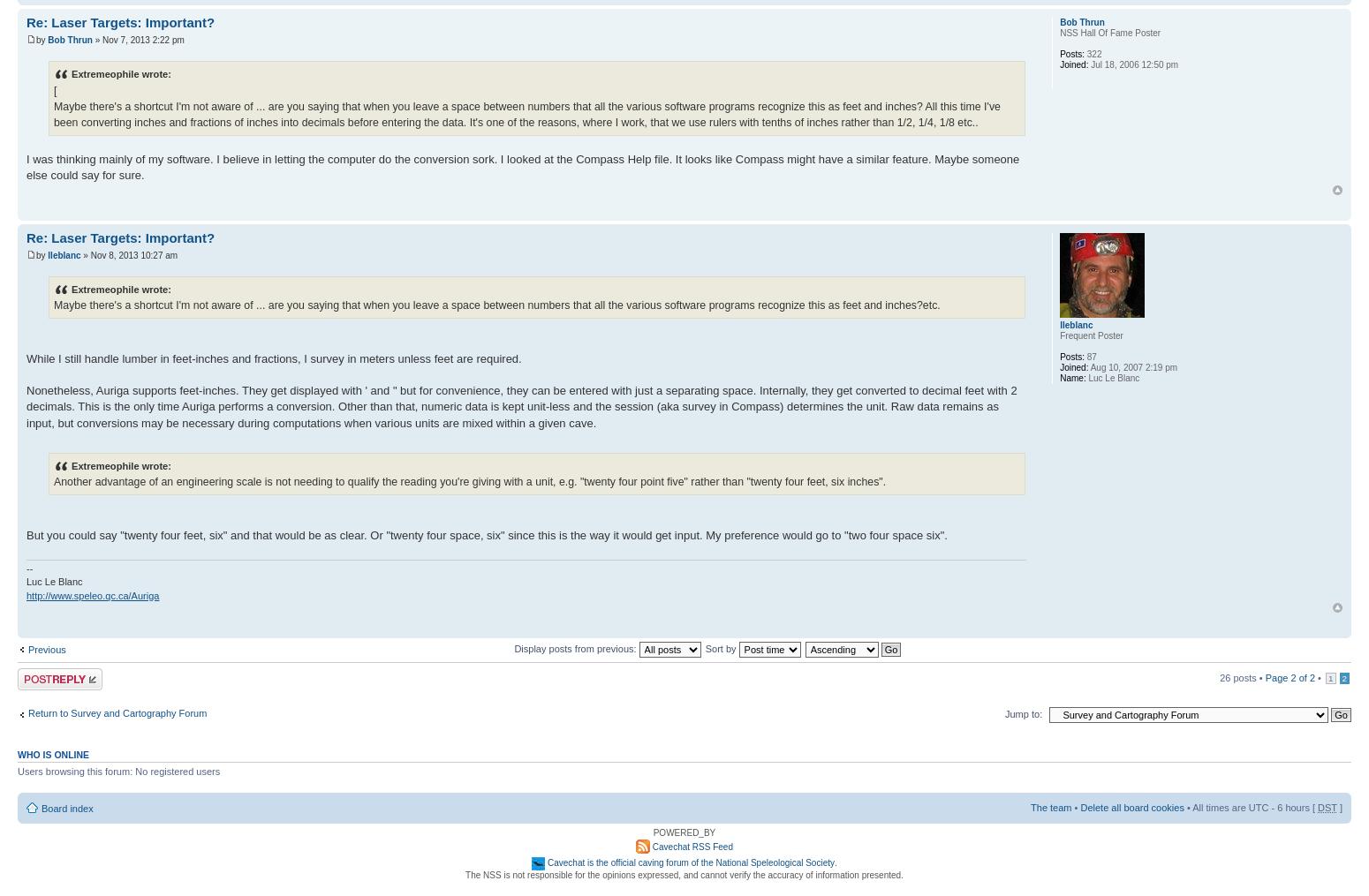  I want to click on '1', so click(1327, 676).